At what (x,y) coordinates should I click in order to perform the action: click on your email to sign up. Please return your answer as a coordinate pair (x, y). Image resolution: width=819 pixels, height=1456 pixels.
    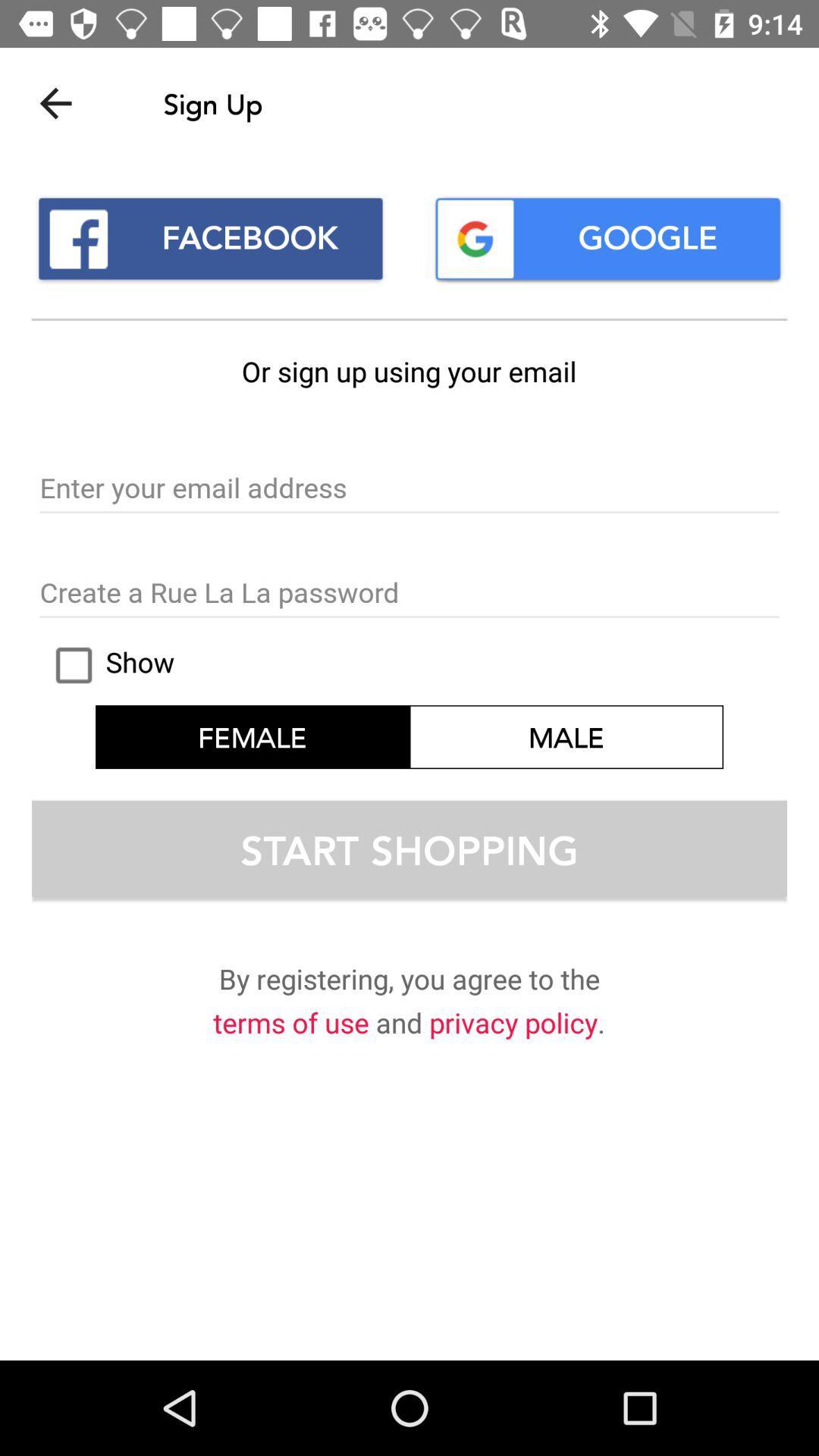
    Looking at the image, I should click on (409, 489).